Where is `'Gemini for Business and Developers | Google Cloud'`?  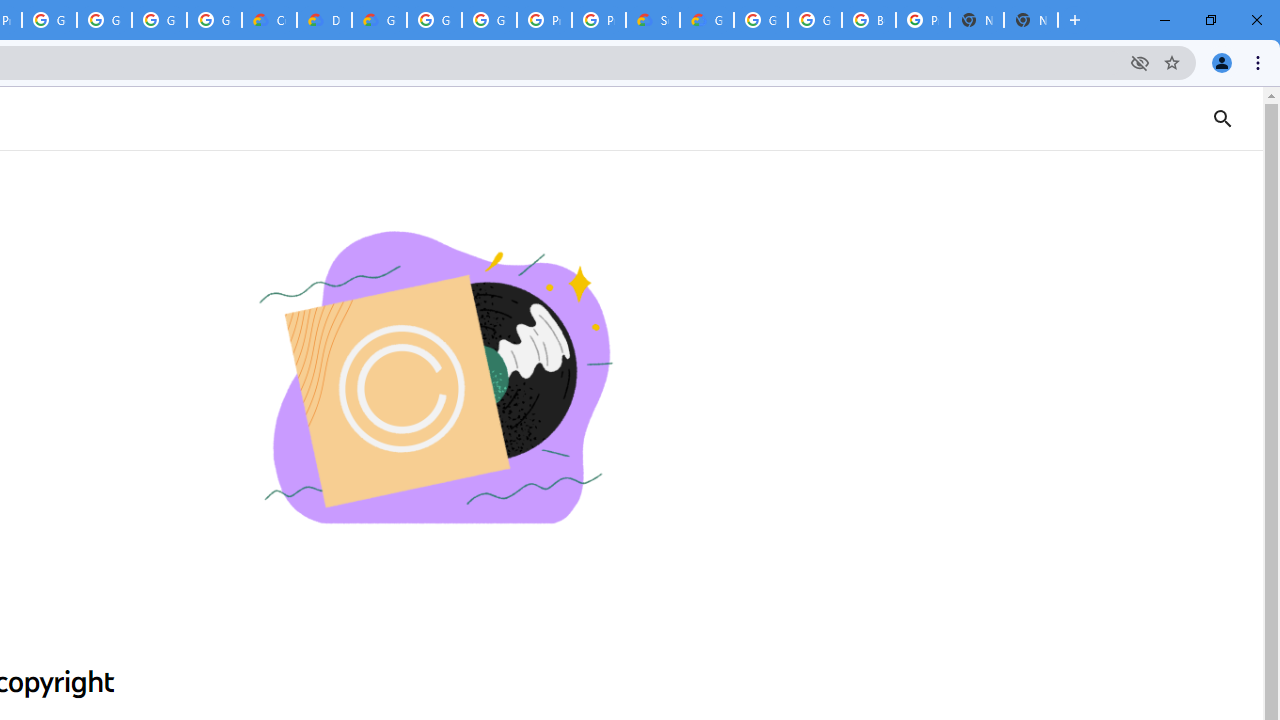
'Gemini for Business and Developers | Google Cloud' is located at coordinates (379, 20).